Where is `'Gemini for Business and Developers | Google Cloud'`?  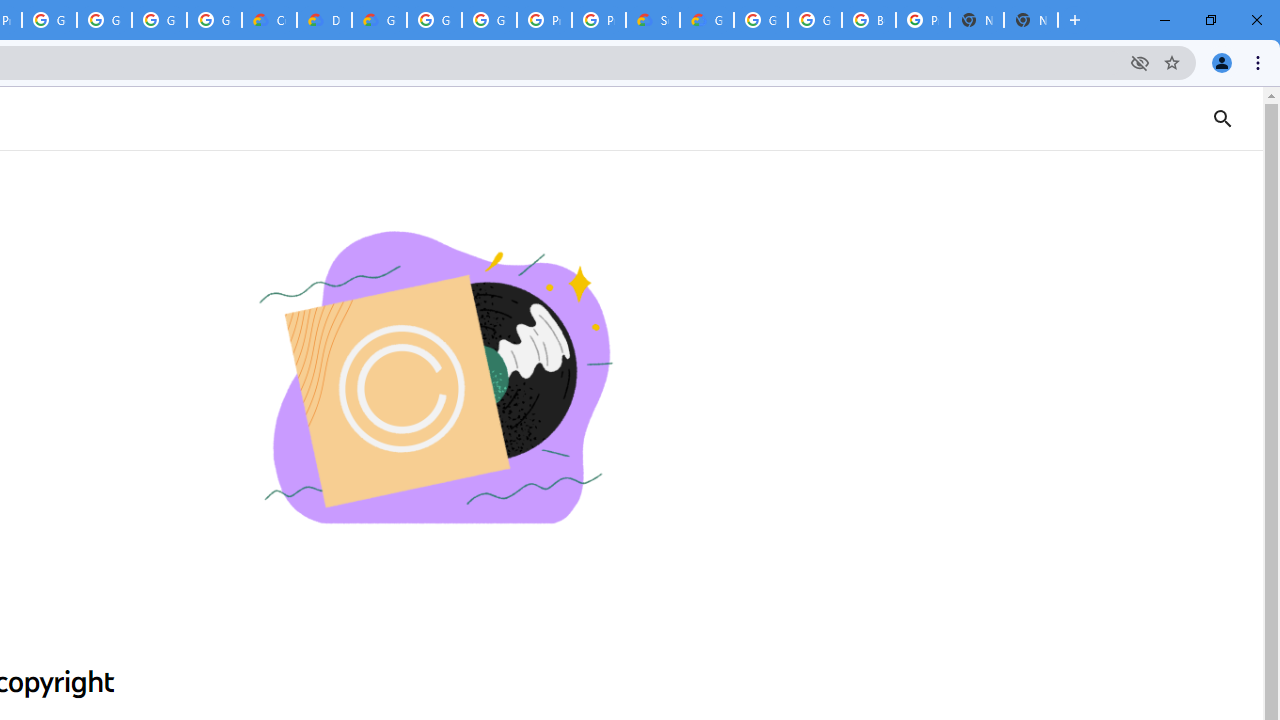
'Gemini for Business and Developers | Google Cloud' is located at coordinates (379, 20).